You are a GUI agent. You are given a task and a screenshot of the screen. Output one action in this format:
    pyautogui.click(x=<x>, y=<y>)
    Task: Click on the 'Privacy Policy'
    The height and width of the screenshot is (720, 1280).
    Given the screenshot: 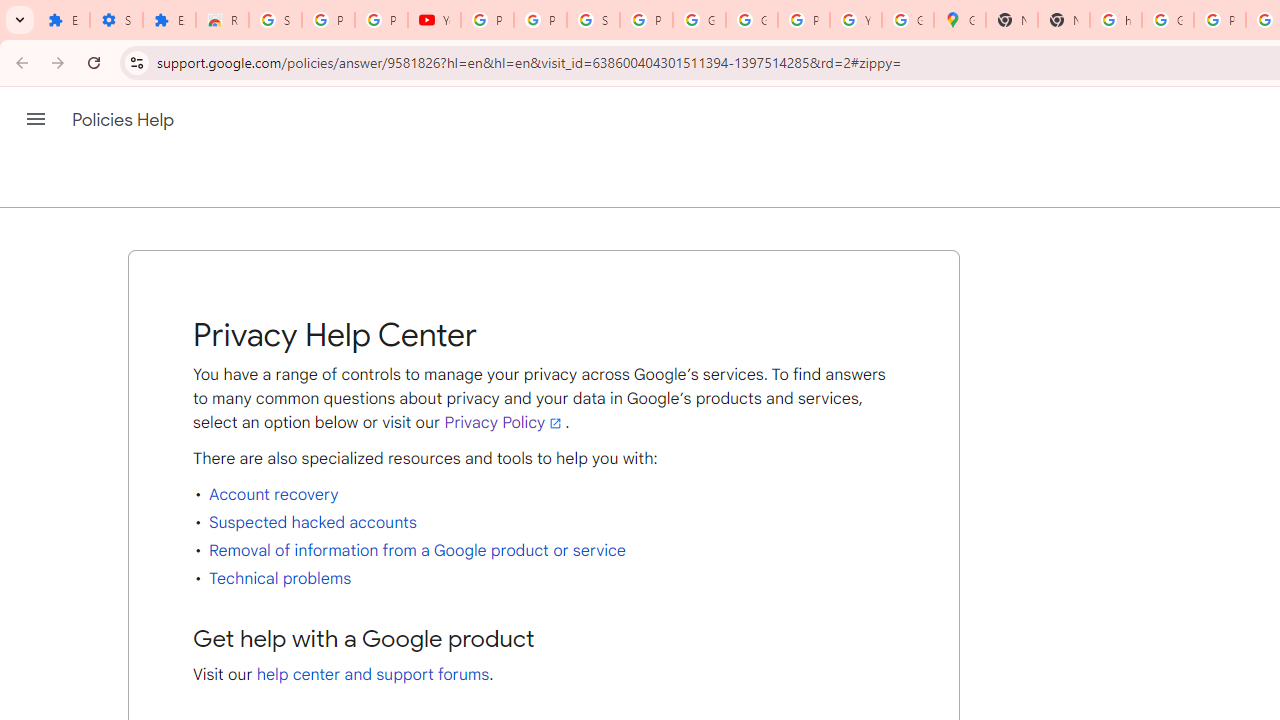 What is the action you would take?
    pyautogui.click(x=504, y=422)
    